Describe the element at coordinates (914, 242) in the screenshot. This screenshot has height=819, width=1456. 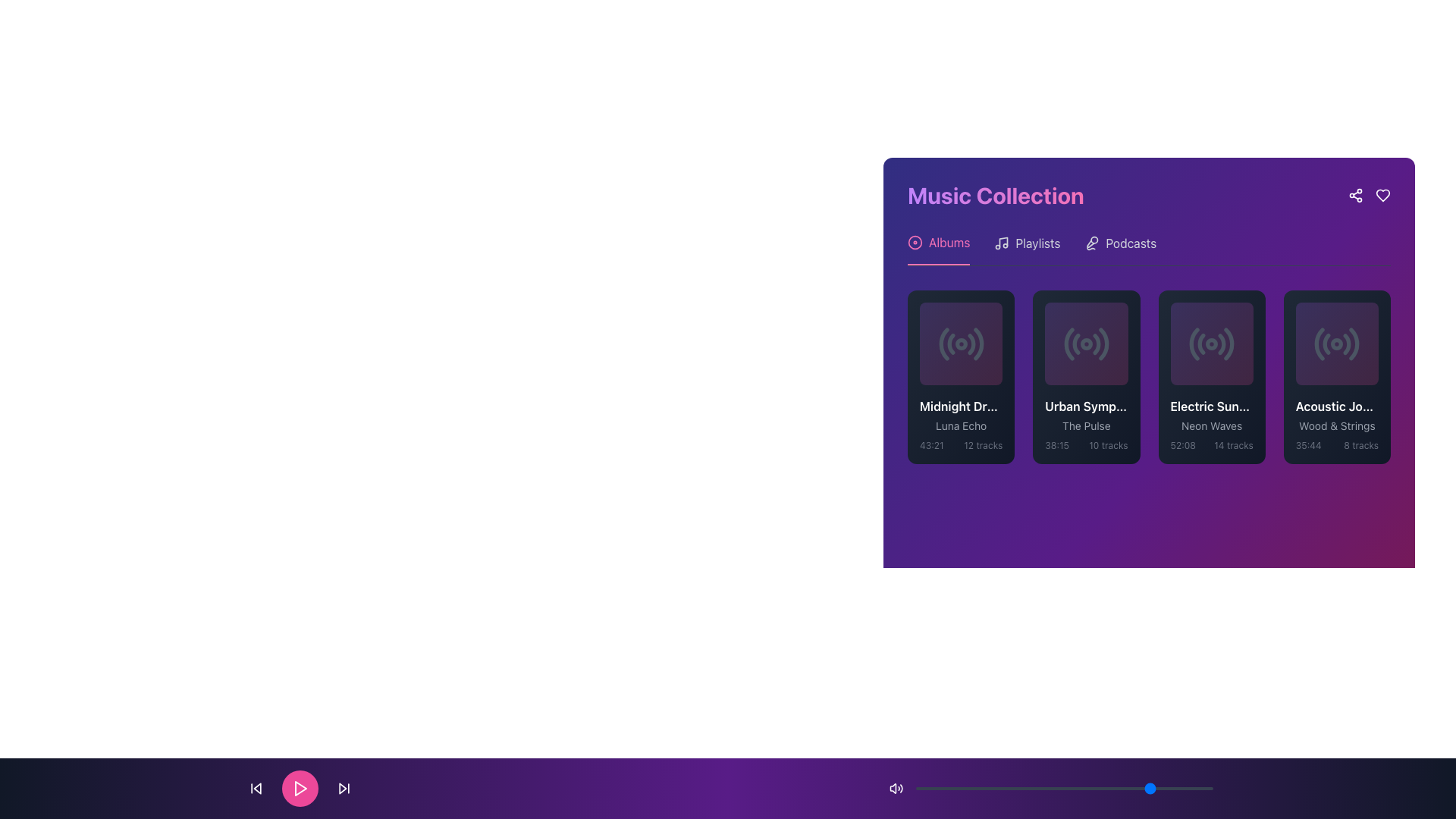
I see `the 'Albums' icon located in the navigation bar below the 'Music Collection' title` at that location.